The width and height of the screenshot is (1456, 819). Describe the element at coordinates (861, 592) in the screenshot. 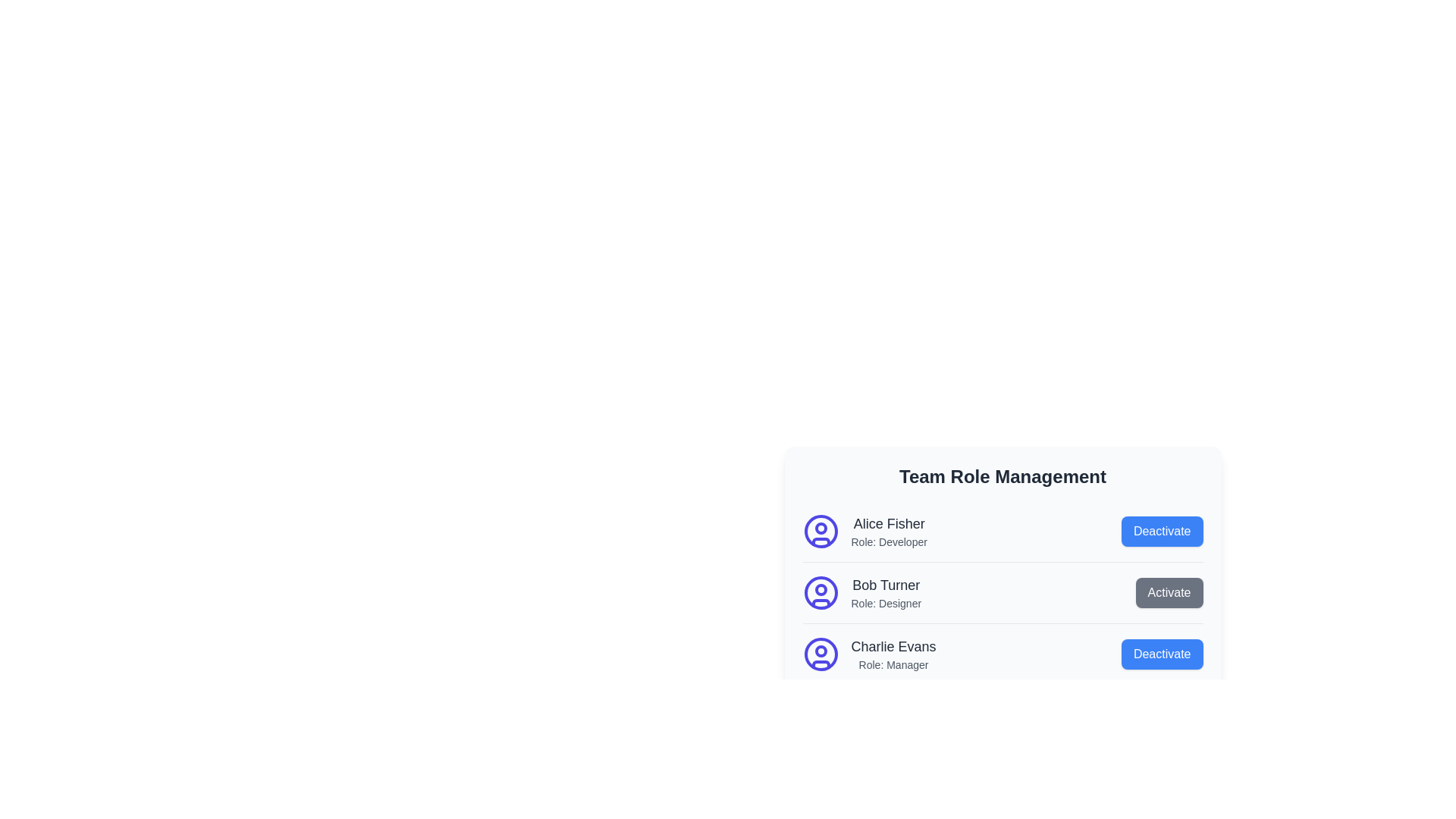

I see `the Informational Display Item that shows details about a team member, positioned between 'Alice Fisher' and 'Charlie Evans' in the 'Team Role Management' section` at that location.